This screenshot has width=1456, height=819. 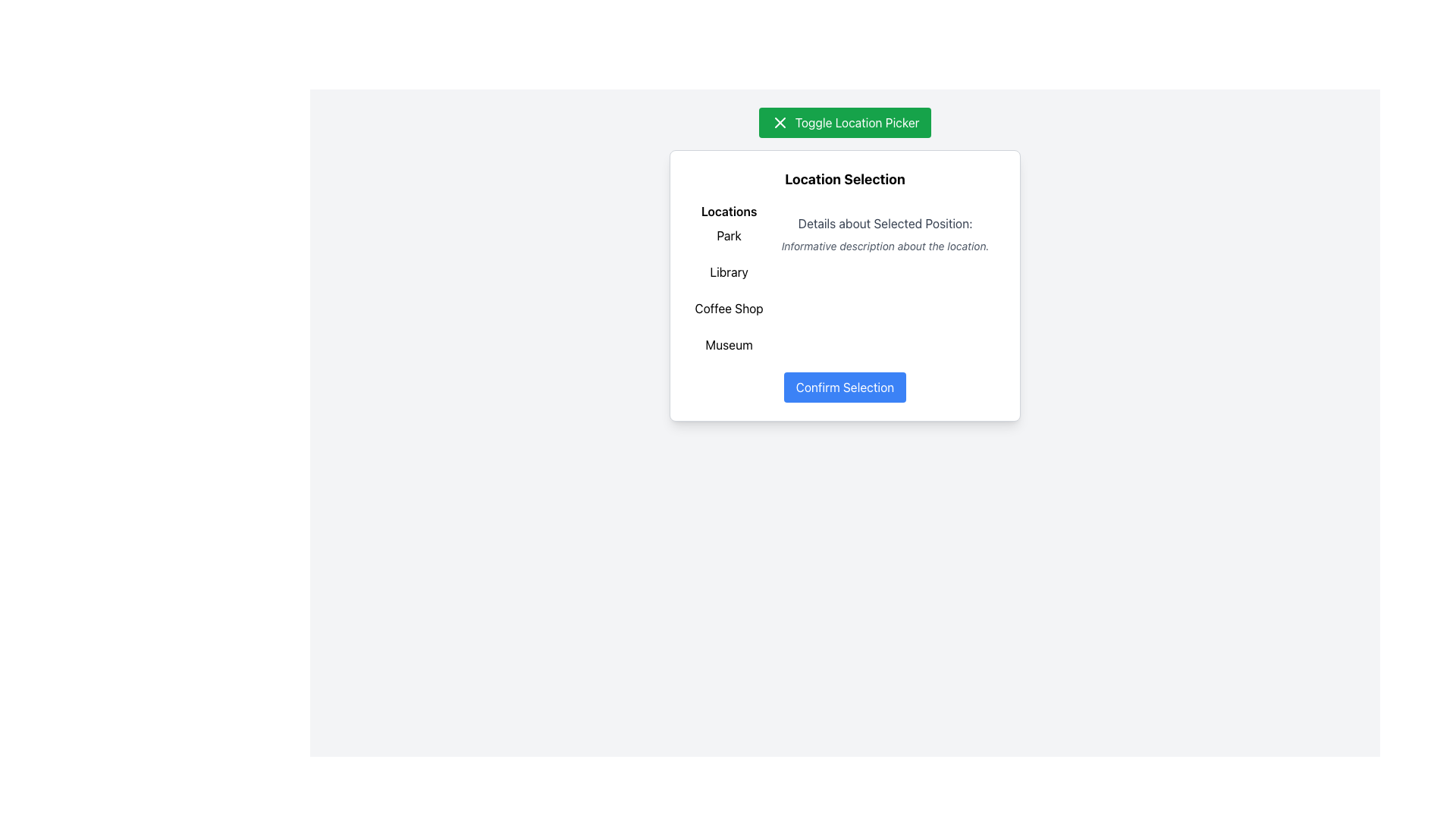 What do you see at coordinates (729, 236) in the screenshot?
I see `the first item in the location selector list` at bounding box center [729, 236].